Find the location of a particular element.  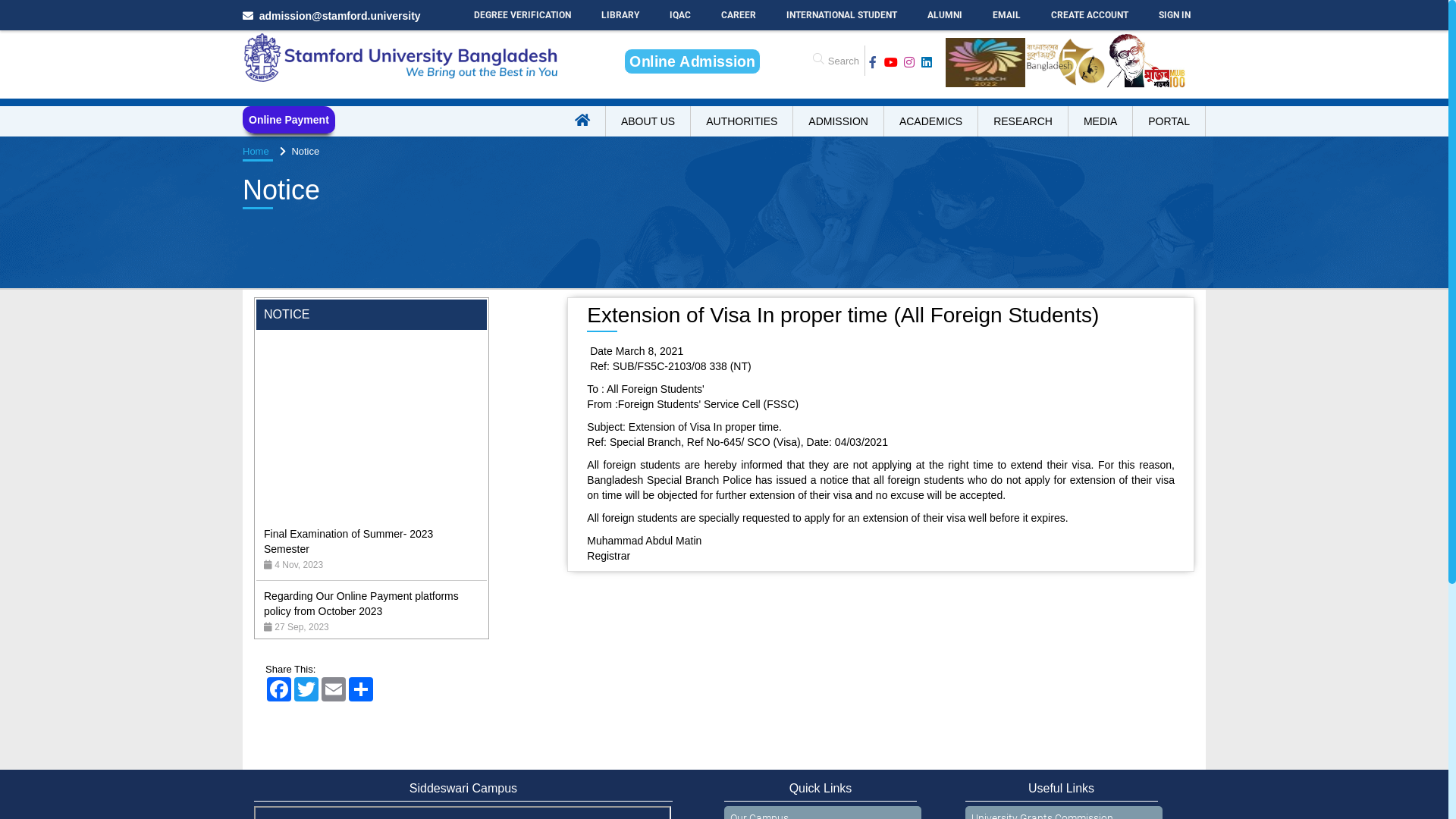

'ALUMNI' is located at coordinates (944, 14).